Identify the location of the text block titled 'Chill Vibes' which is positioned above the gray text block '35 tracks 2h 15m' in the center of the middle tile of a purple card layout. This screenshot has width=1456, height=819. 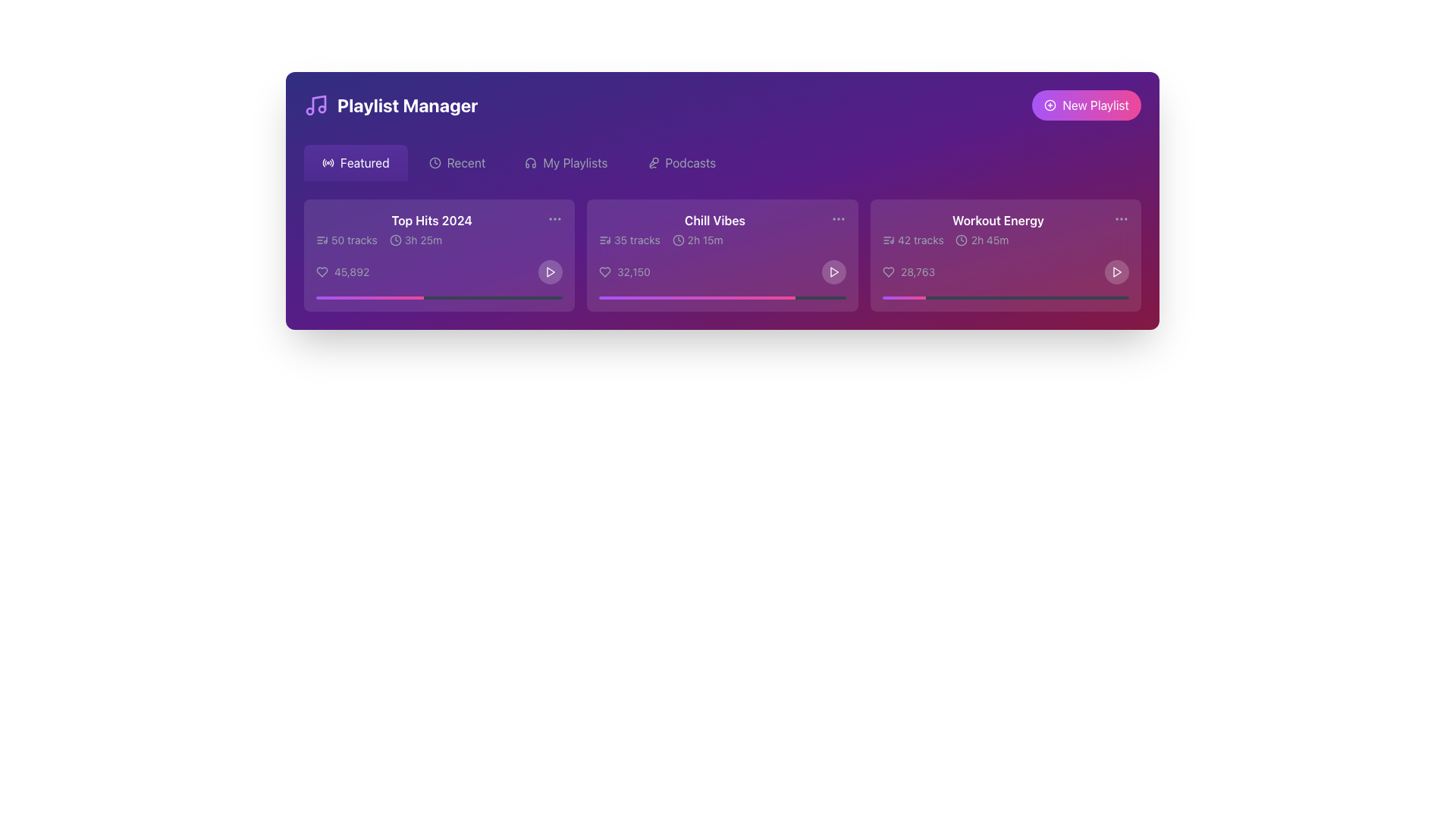
(714, 230).